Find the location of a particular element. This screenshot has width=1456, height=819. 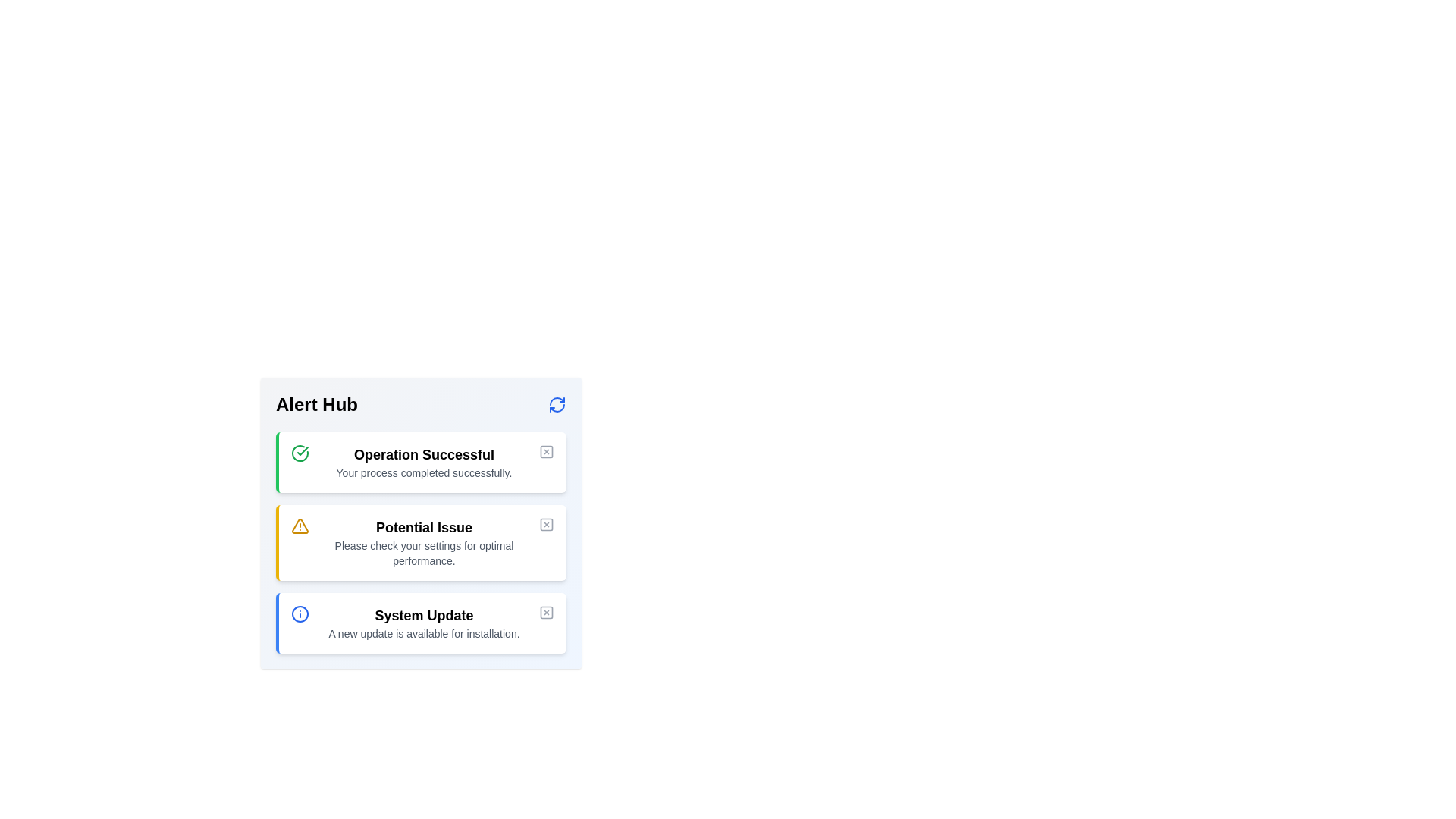

the text block element that displays the title 'Potential Issue' followed by the description 'Please check your settings for optimal performance.' is located at coordinates (424, 542).